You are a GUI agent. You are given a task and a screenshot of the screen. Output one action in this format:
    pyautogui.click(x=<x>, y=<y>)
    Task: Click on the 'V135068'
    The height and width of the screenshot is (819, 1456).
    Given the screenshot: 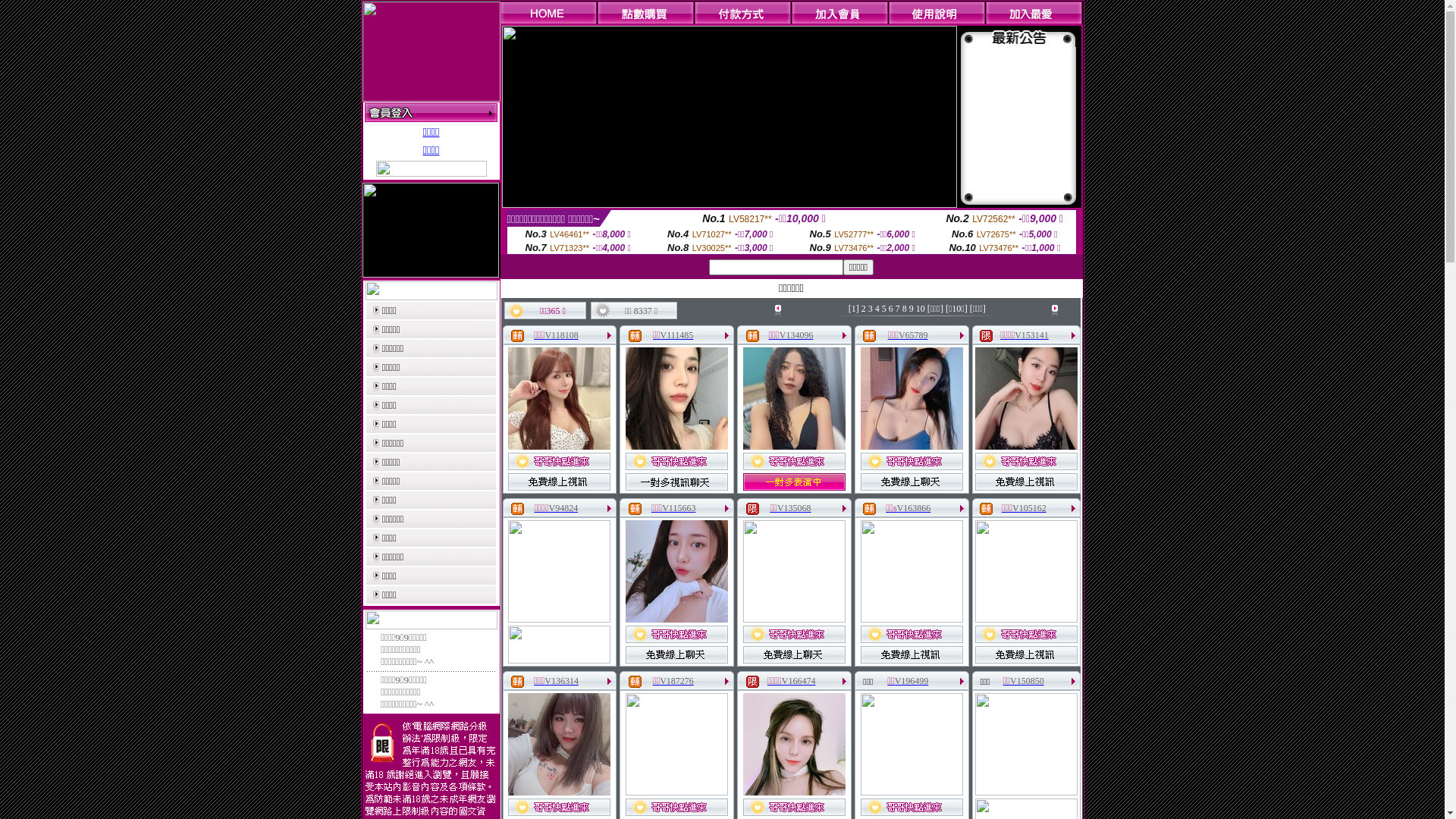 What is the action you would take?
    pyautogui.click(x=777, y=508)
    